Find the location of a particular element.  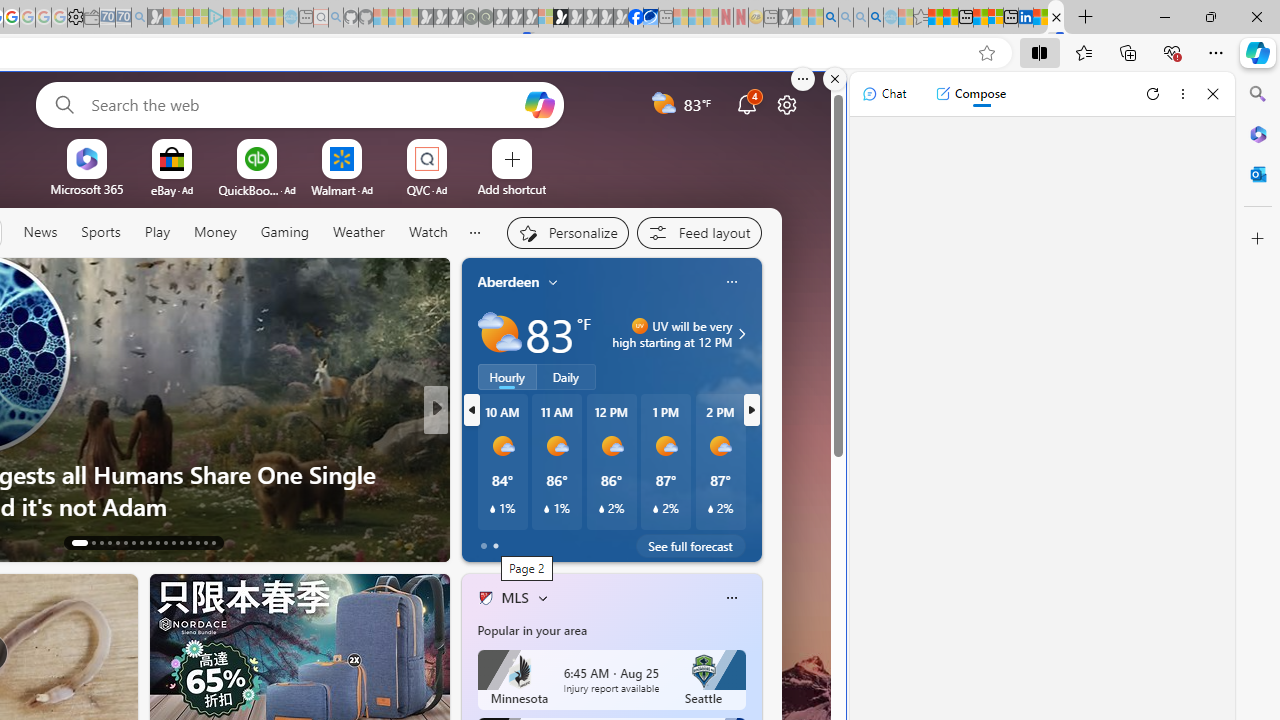

'github - Search - Sleeping' is located at coordinates (336, 17).